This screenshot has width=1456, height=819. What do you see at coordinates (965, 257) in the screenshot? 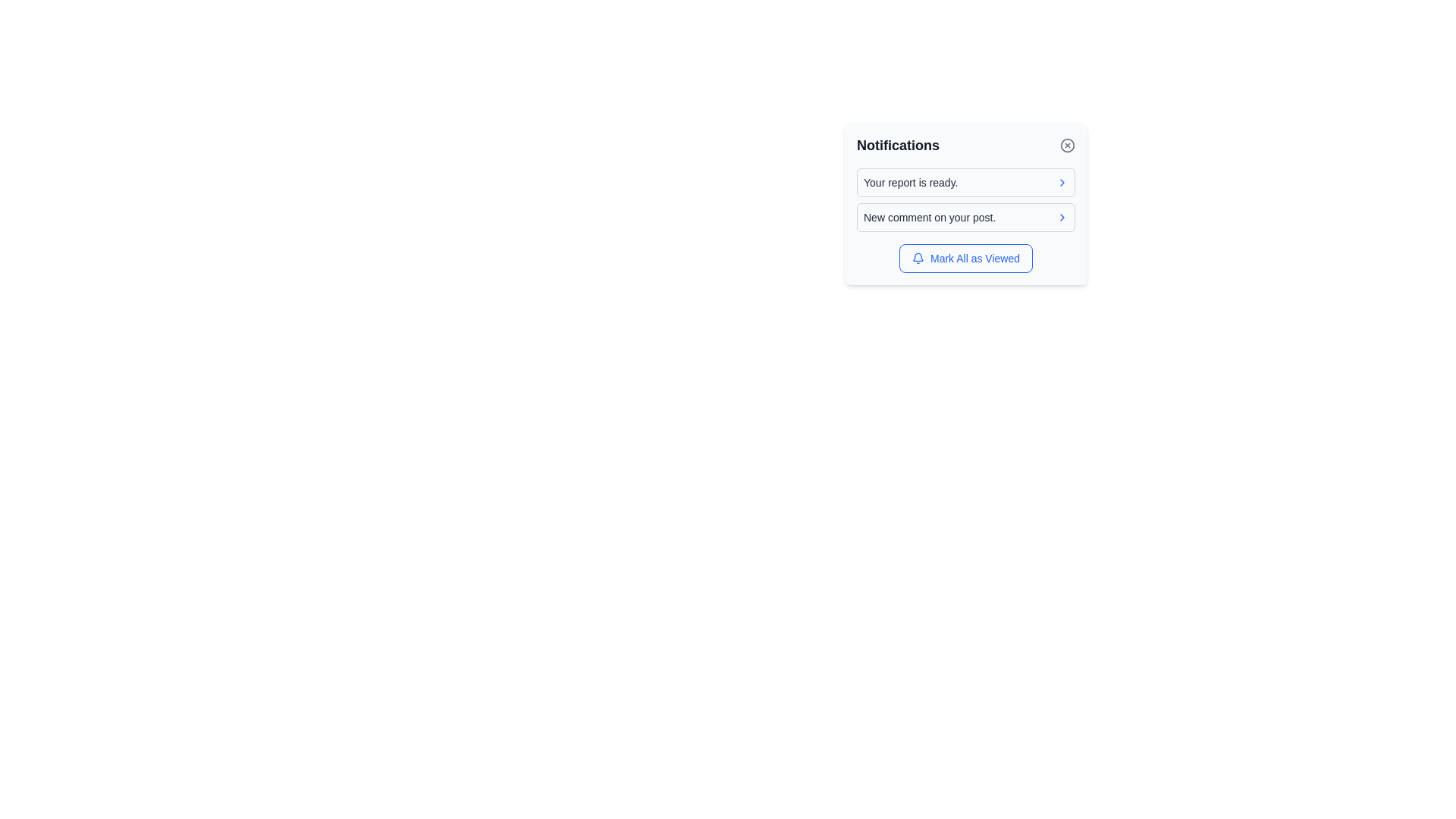
I see `the button located at the bottom of the notification panel to mark all notifications as viewed` at bounding box center [965, 257].